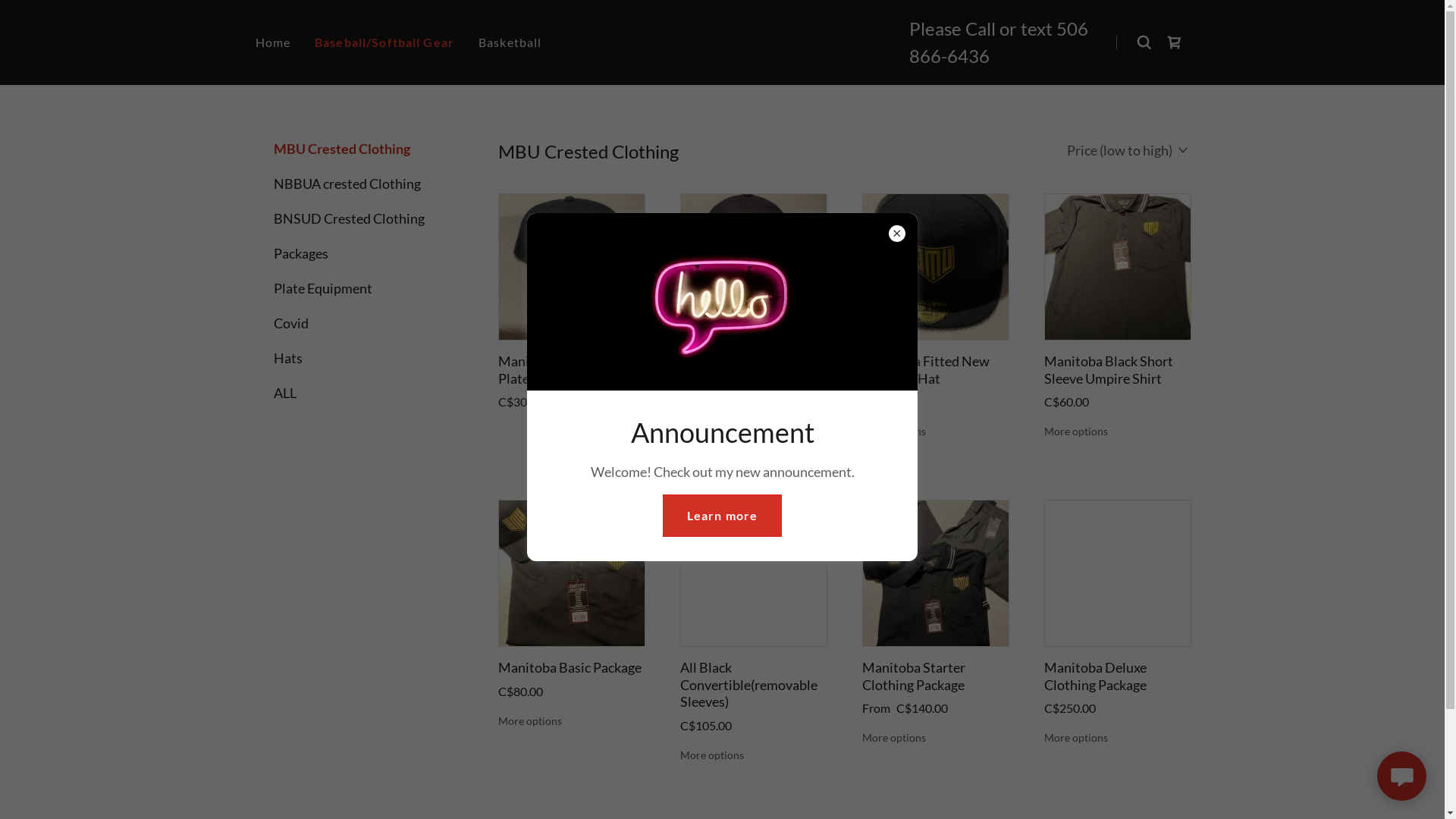 The image size is (1456, 819). Describe the element at coordinates (273, 183) in the screenshot. I see `'NBBUA crested Clothing'` at that location.